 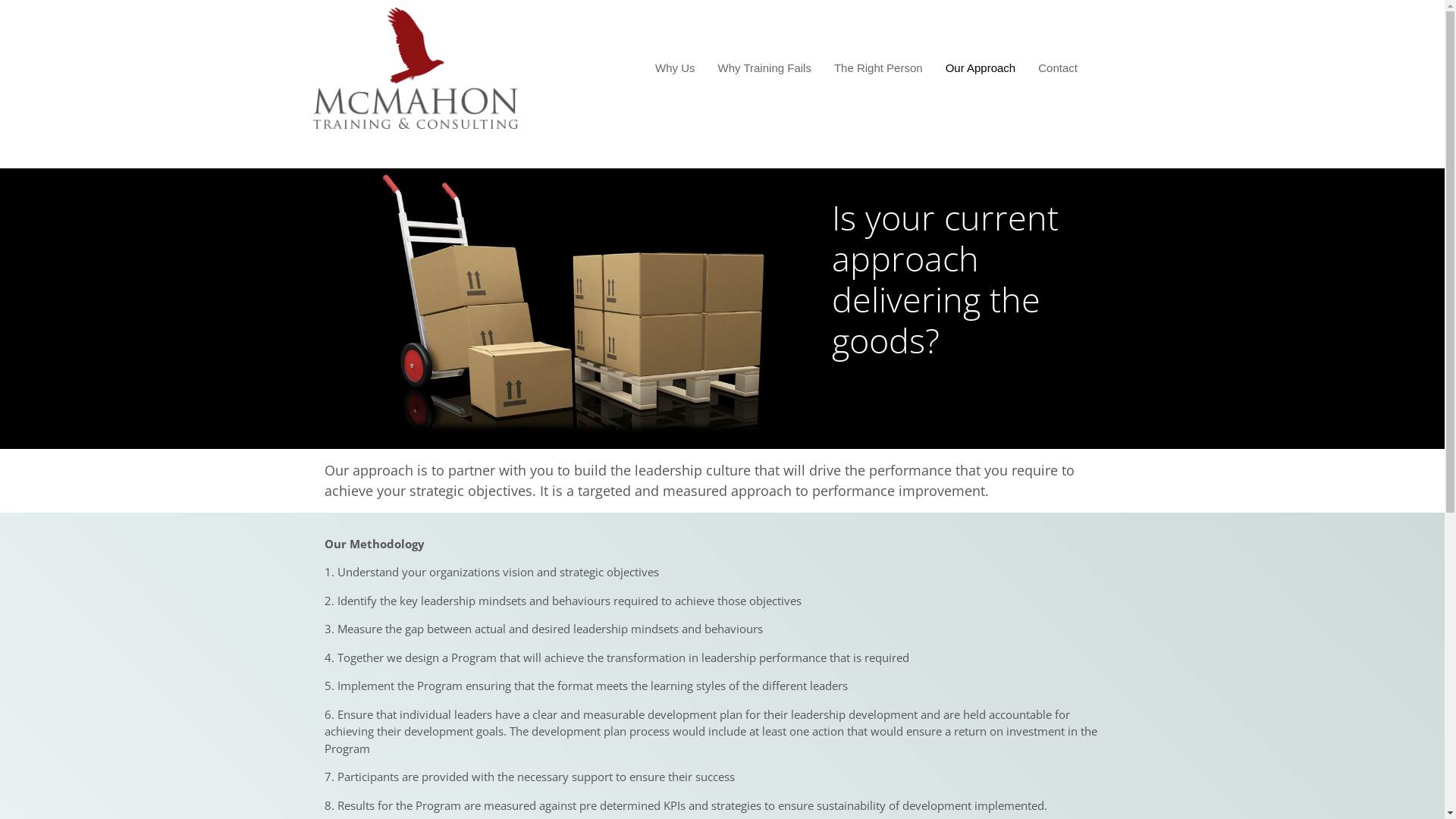 I want to click on 'leadership training that works', so click(x=312, y=120).